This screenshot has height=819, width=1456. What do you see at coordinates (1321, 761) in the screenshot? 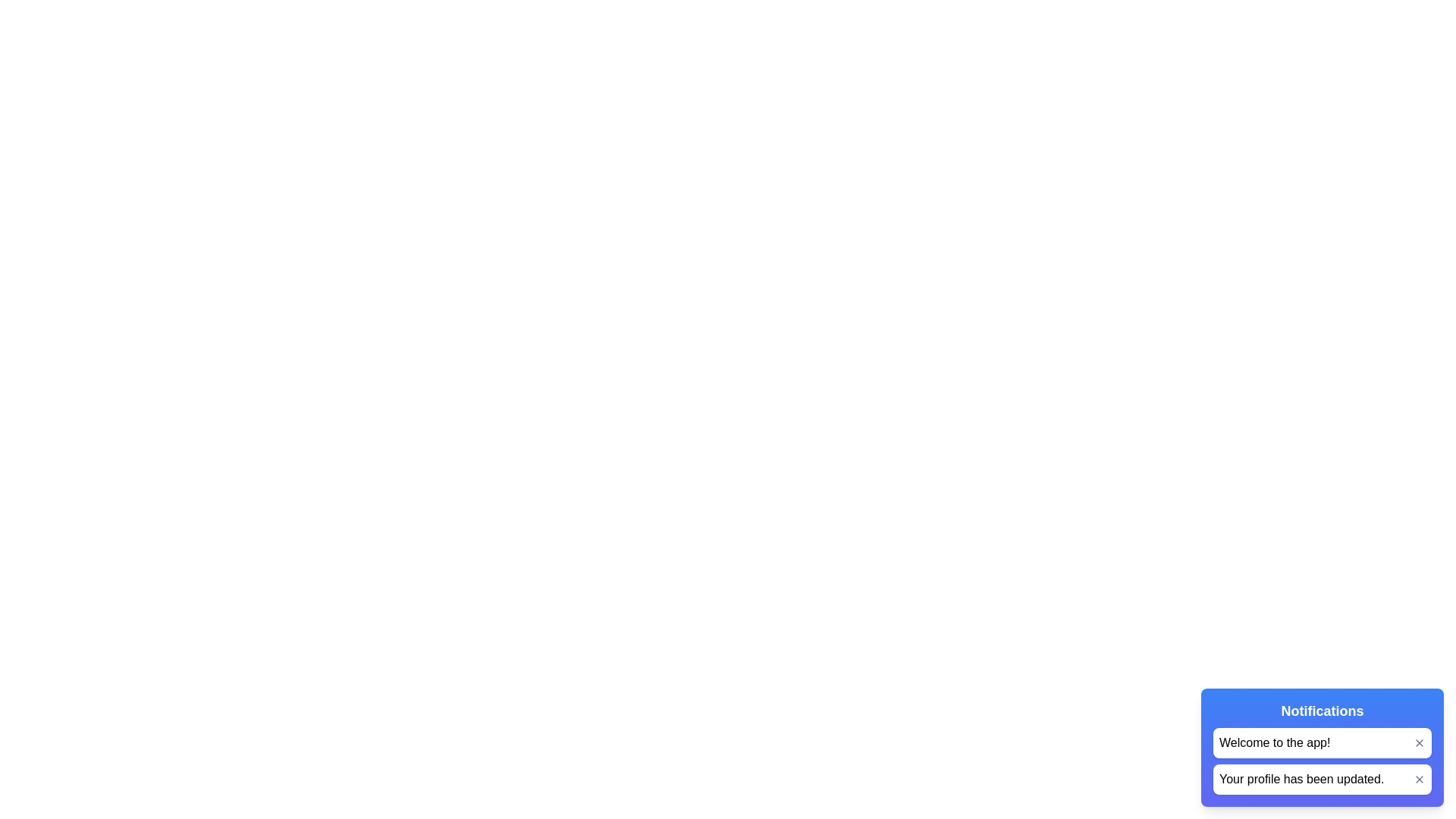
I see `the second message inside the notification panel which reads 'Your profile has been updated.'` at bounding box center [1321, 761].